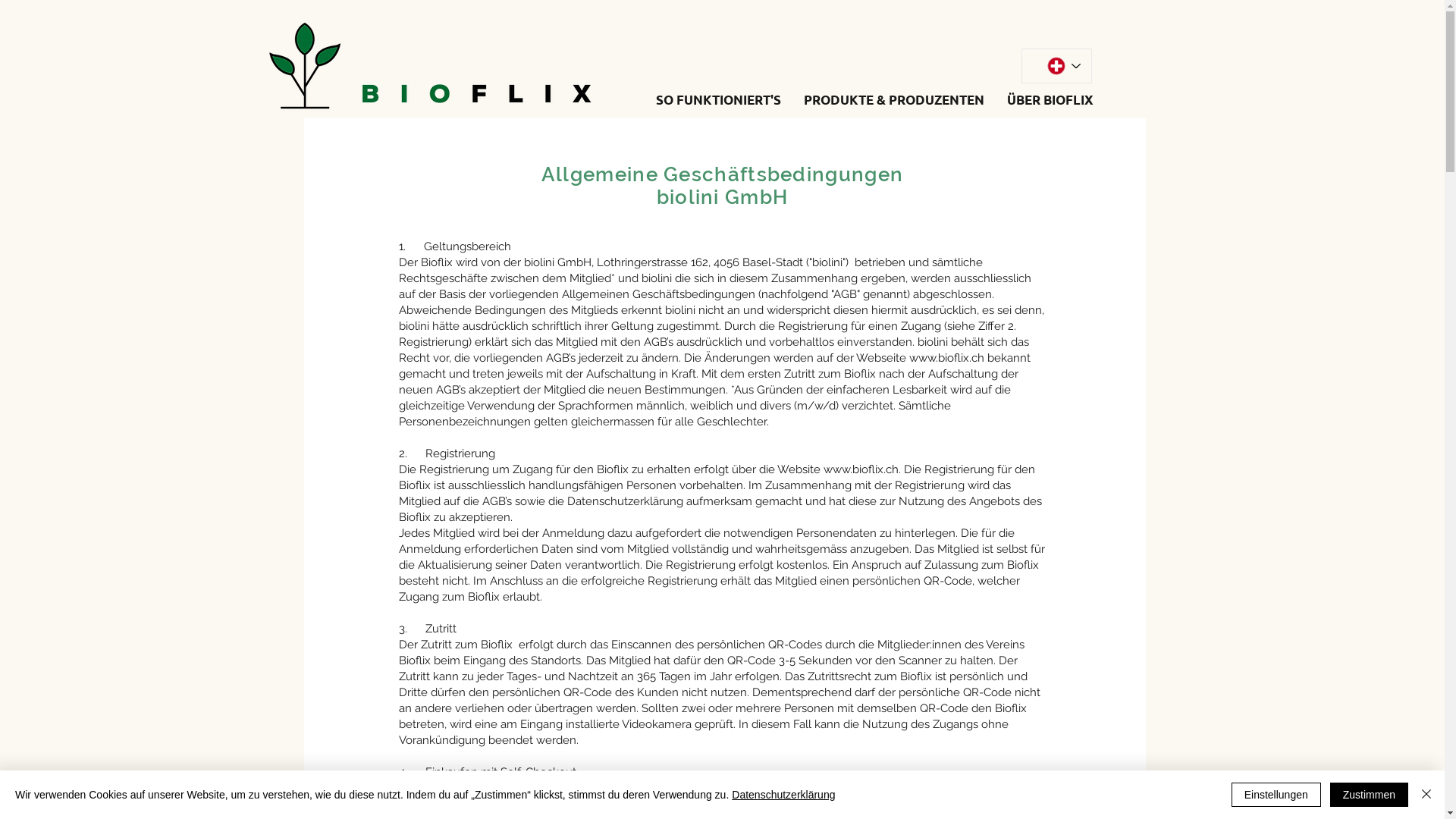 This screenshot has height=819, width=1456. Describe the element at coordinates (717, 99) in the screenshot. I see `'SO FUNKTIONIERT'S'` at that location.